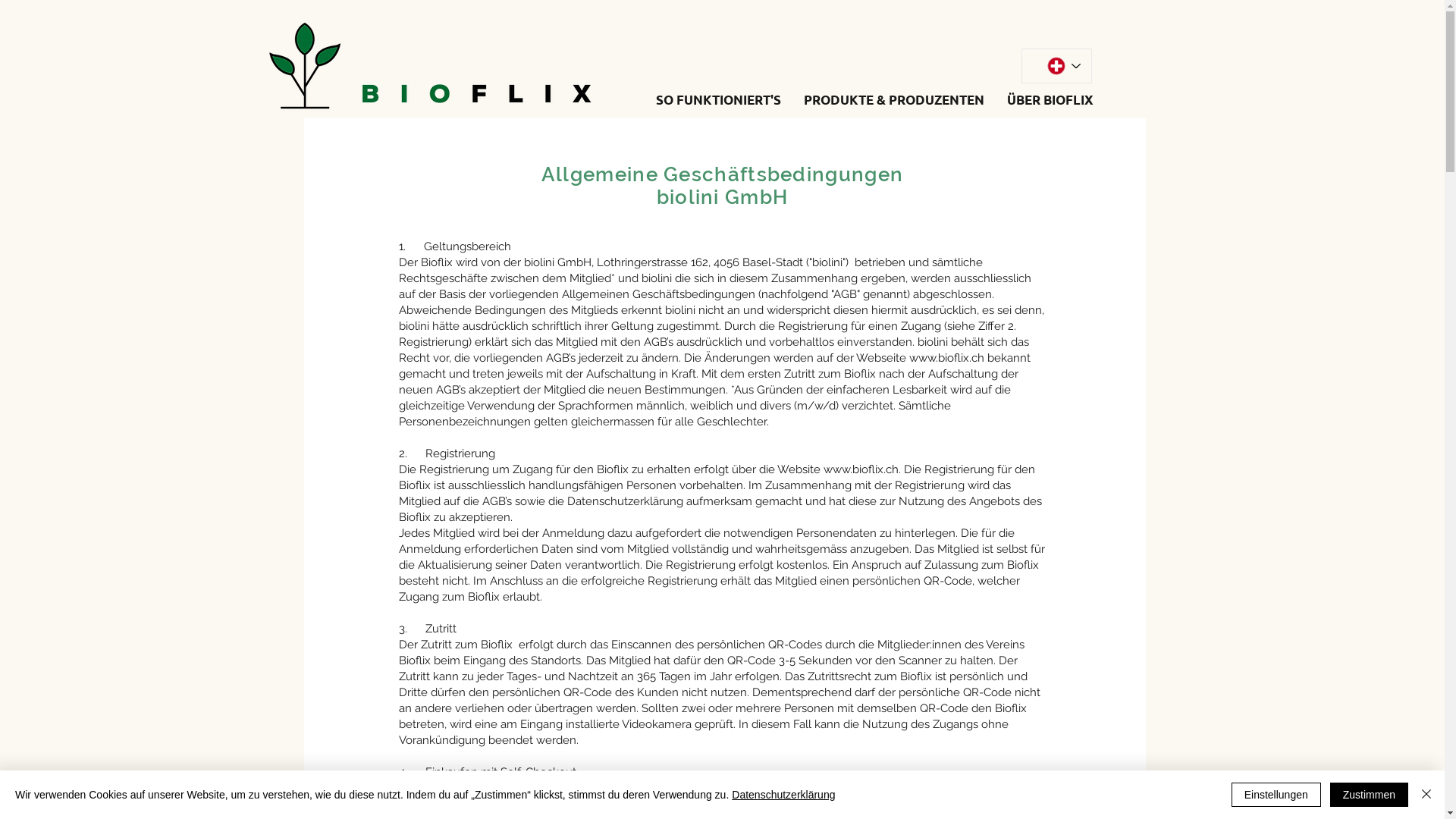 This screenshot has height=819, width=1456. Describe the element at coordinates (717, 99) in the screenshot. I see `'SO FUNKTIONIERT'S'` at that location.